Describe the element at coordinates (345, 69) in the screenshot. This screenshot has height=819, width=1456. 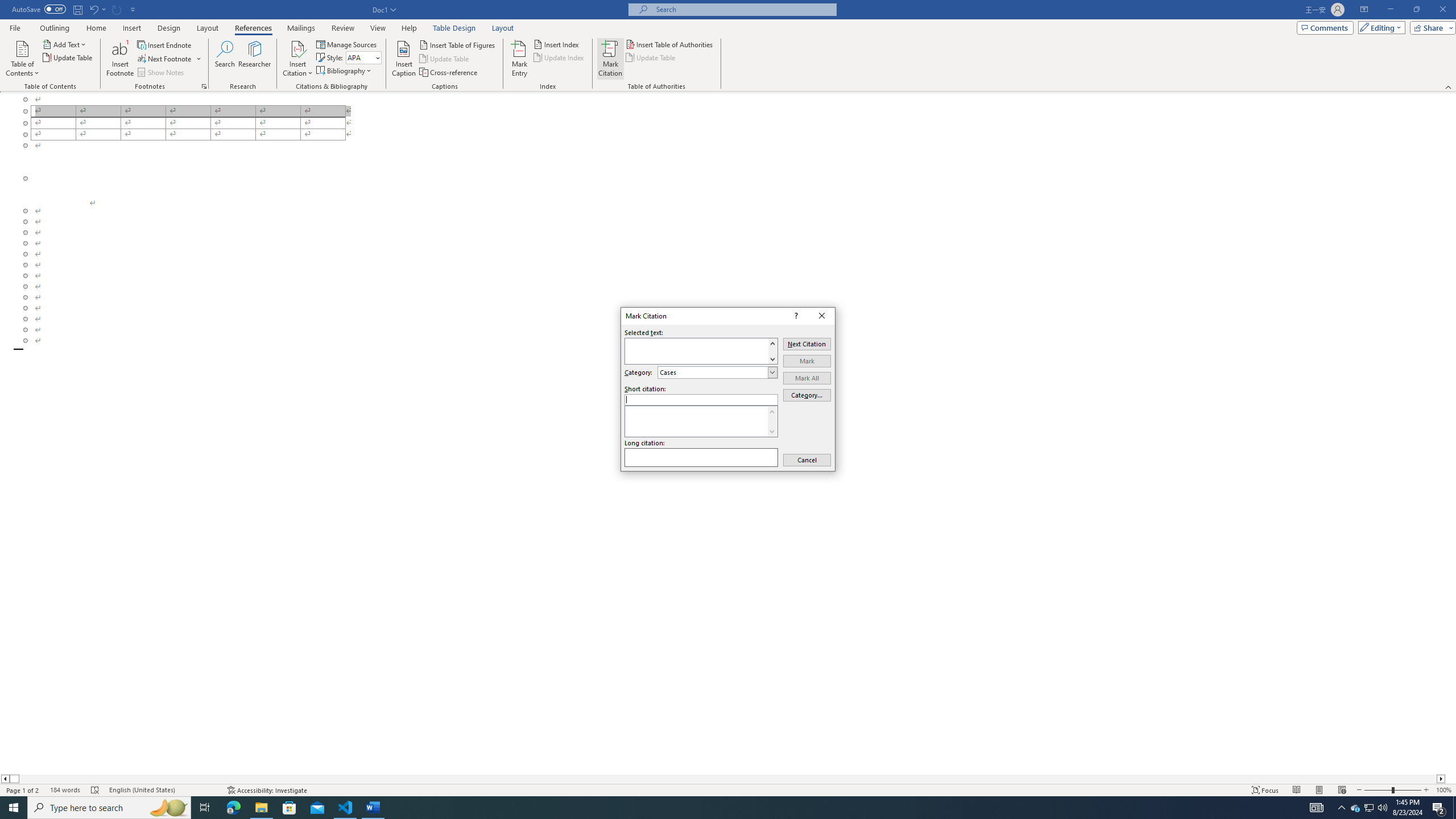
I see `'Bibliography'` at that location.